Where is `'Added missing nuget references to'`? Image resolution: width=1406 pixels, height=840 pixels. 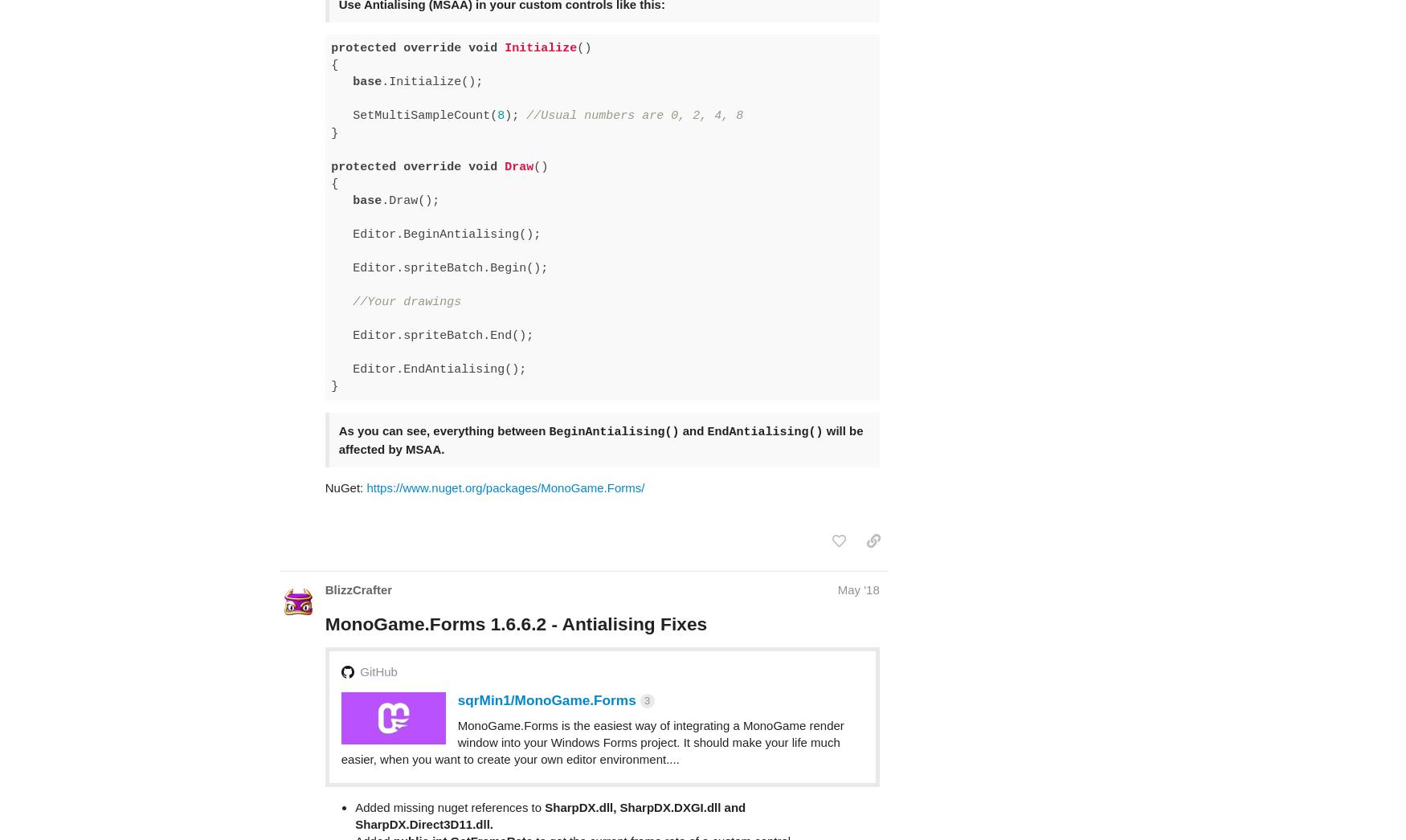 'Added missing nuget references to' is located at coordinates (355, 744).